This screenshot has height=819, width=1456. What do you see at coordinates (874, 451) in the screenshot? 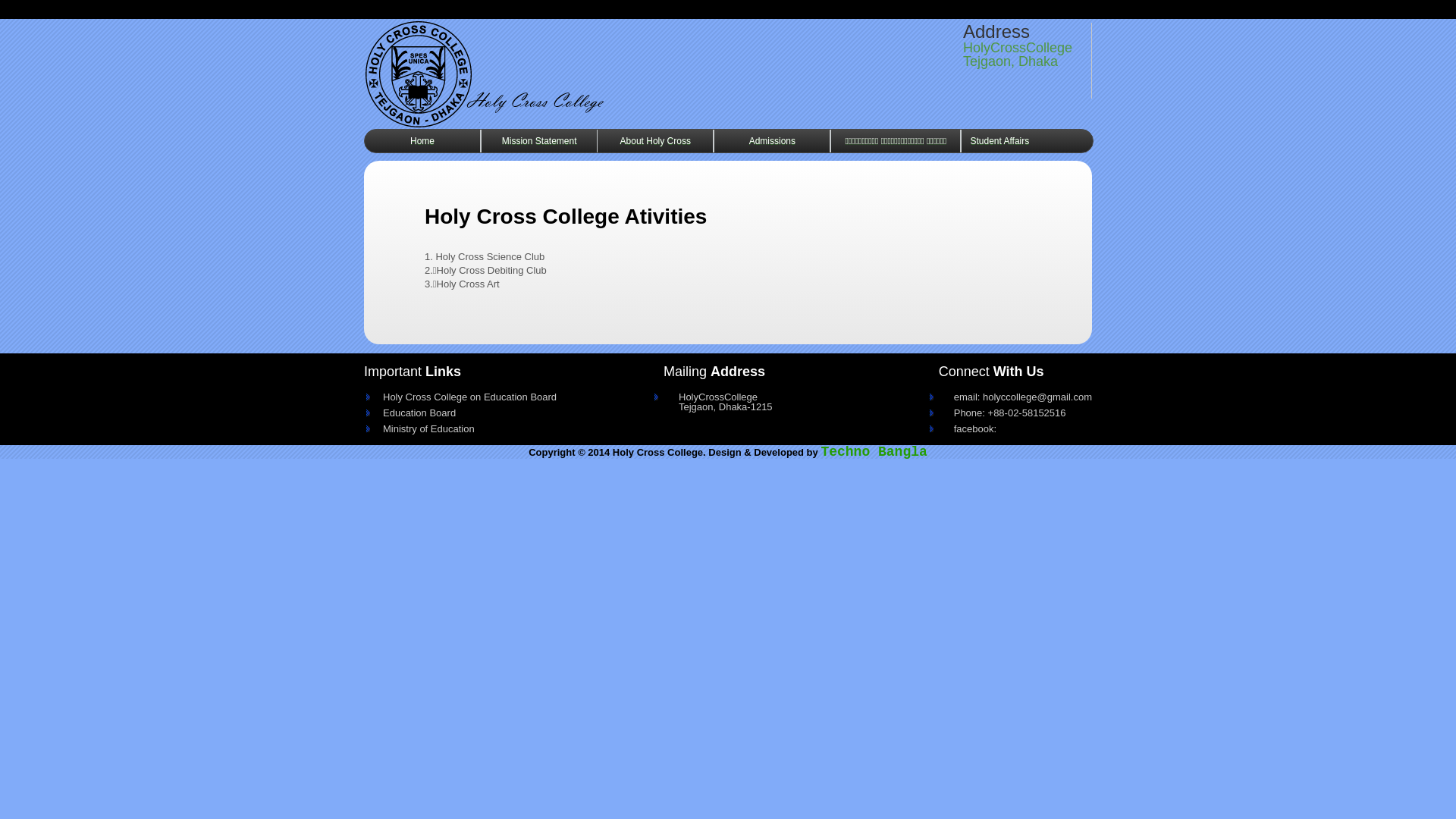
I see `'Techno Bangla'` at bounding box center [874, 451].